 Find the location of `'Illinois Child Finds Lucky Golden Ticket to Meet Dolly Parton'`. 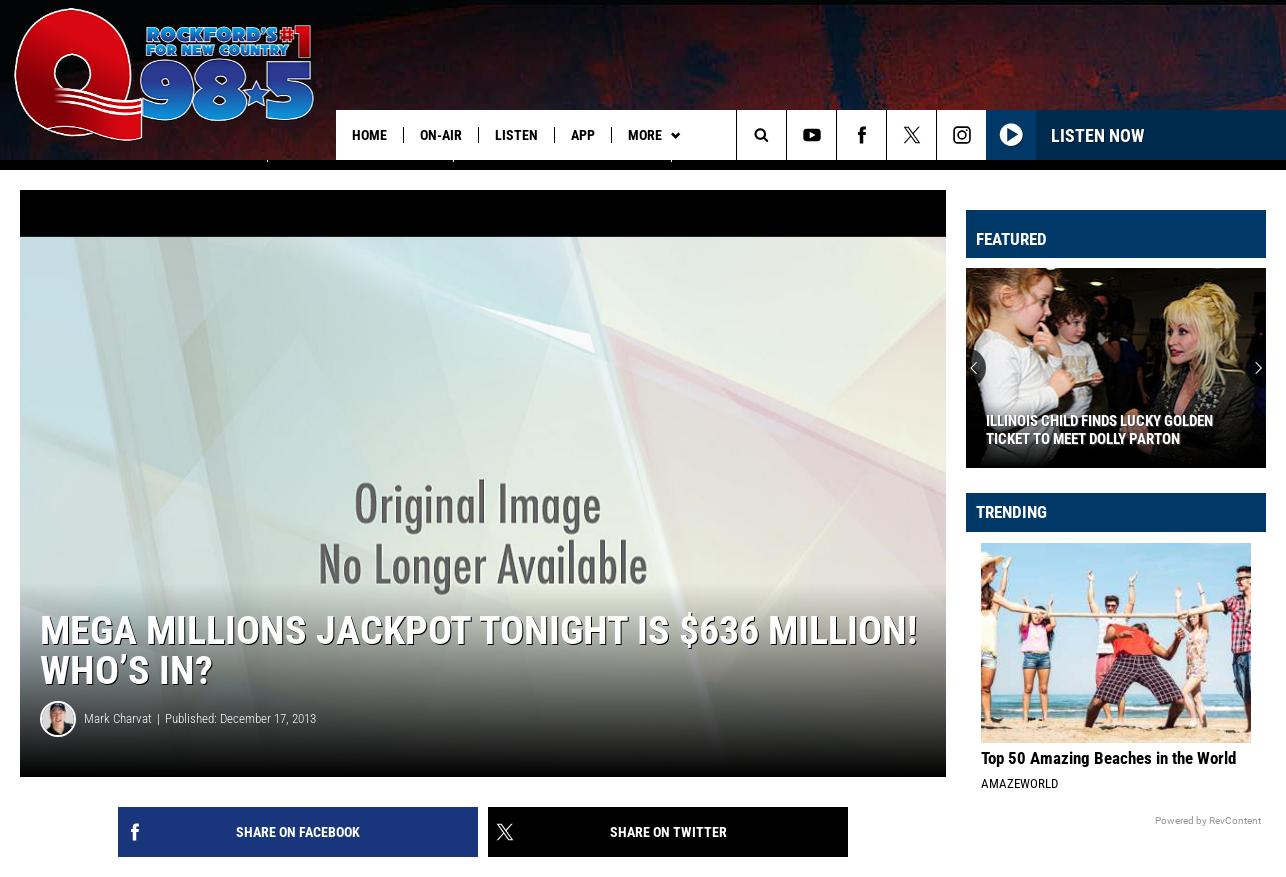

'Illinois Child Finds Lucky Golden Ticket to Meet Dolly Parton' is located at coordinates (1098, 452).